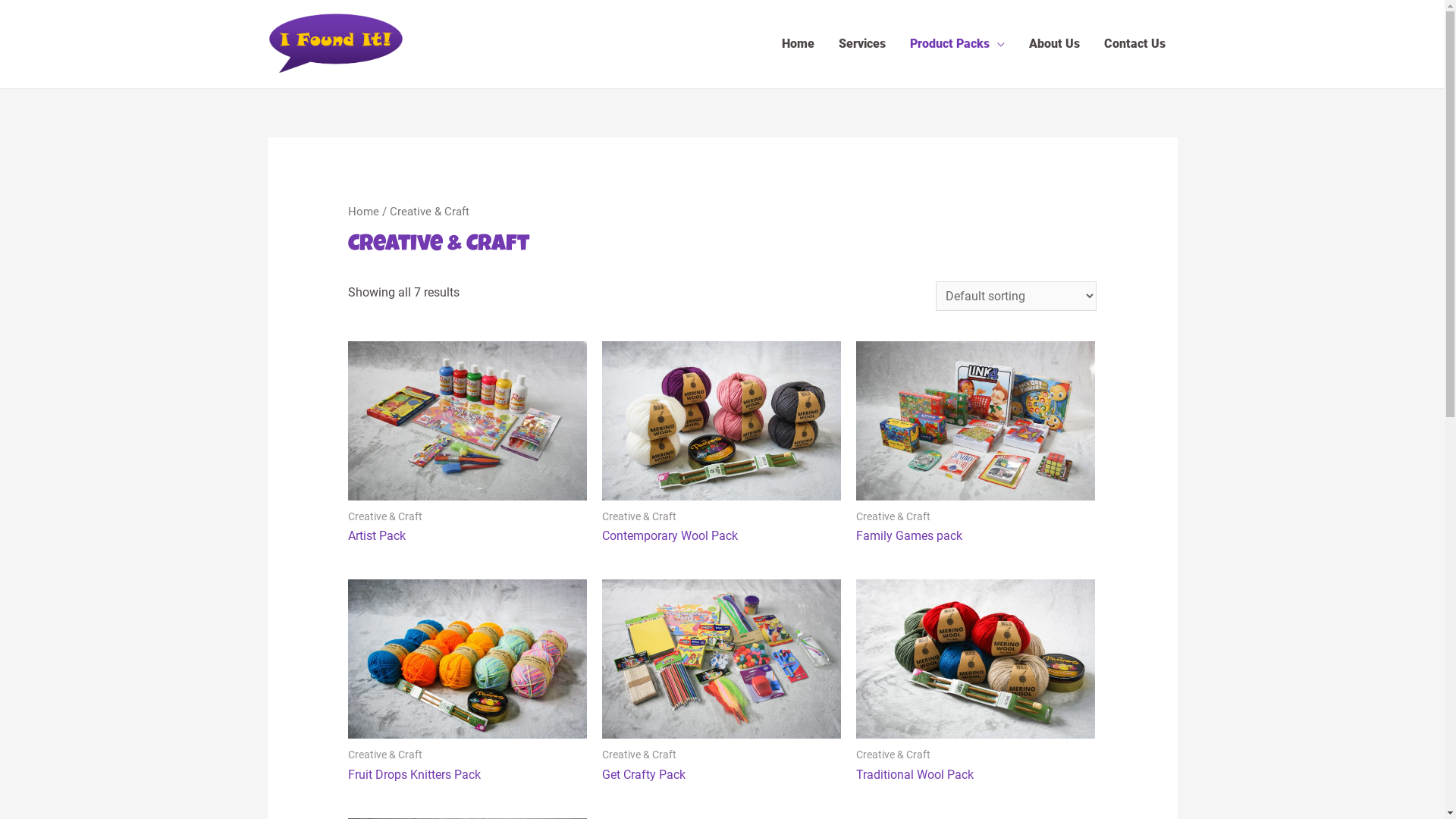 This screenshot has width=1456, height=819. I want to click on 'Services', so click(862, 42).